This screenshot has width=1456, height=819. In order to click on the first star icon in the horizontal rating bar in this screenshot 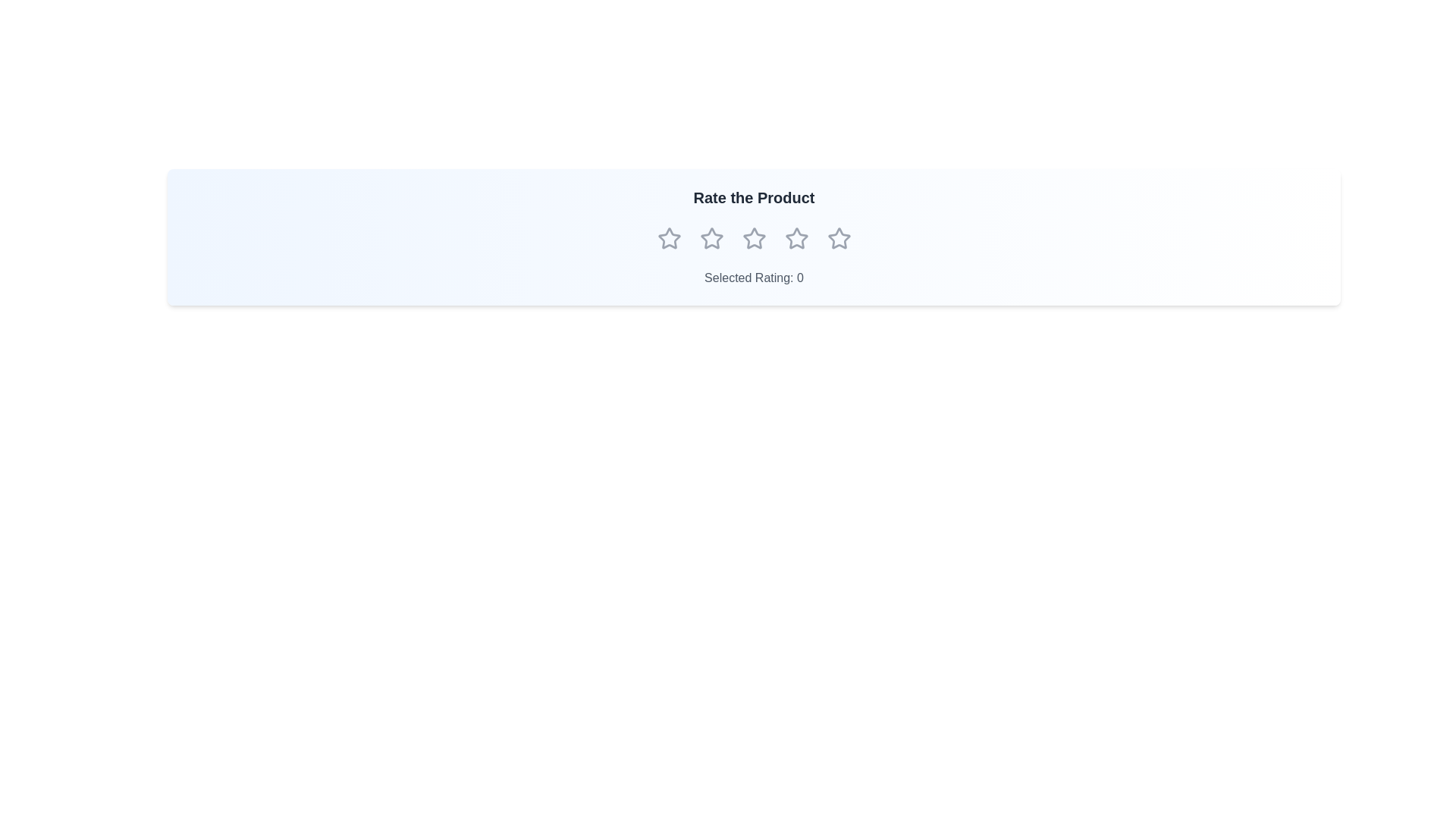, I will do `click(668, 239)`.